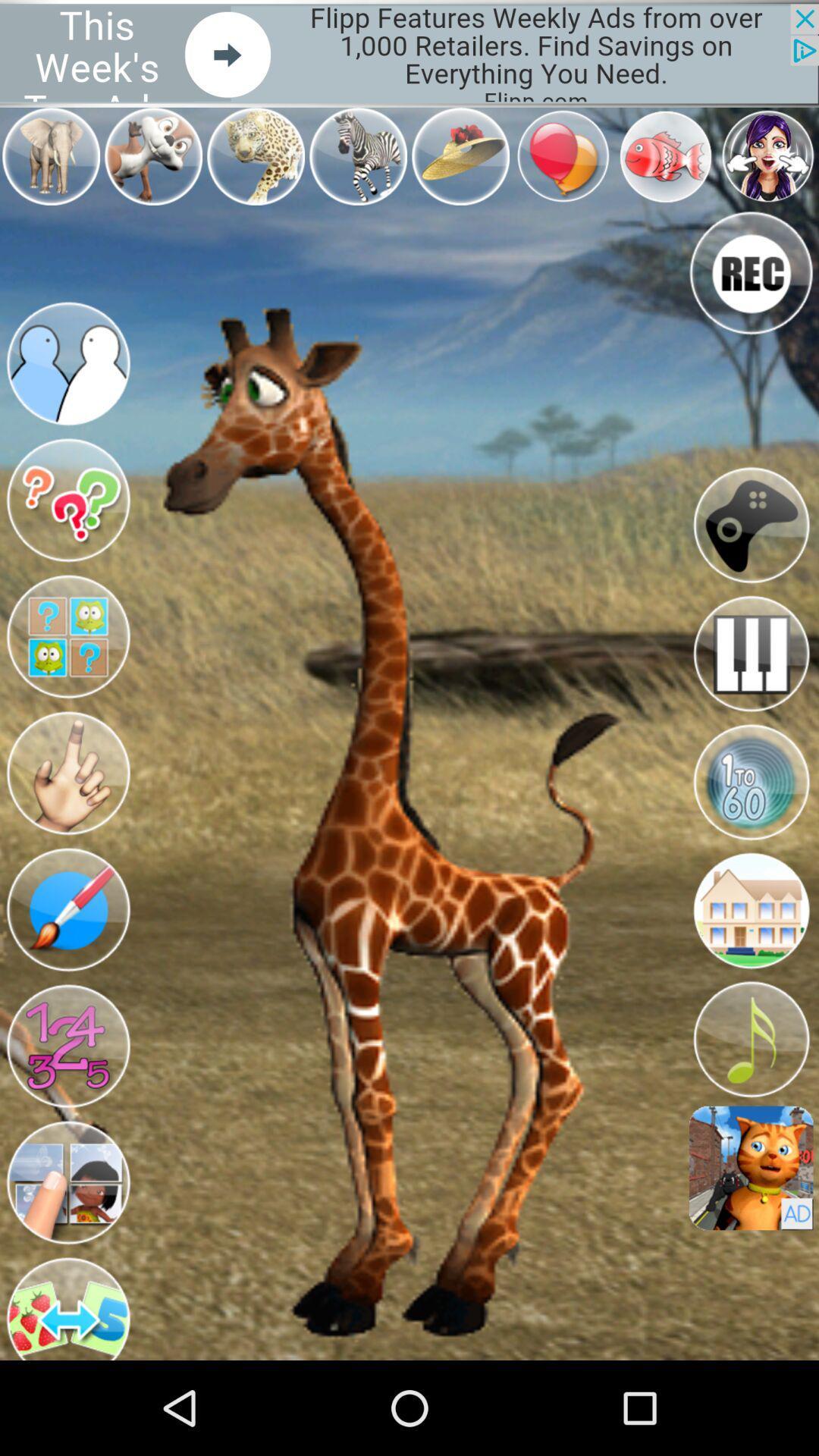 This screenshot has width=819, height=1456. What do you see at coordinates (751, 699) in the screenshot?
I see `the pause icon` at bounding box center [751, 699].